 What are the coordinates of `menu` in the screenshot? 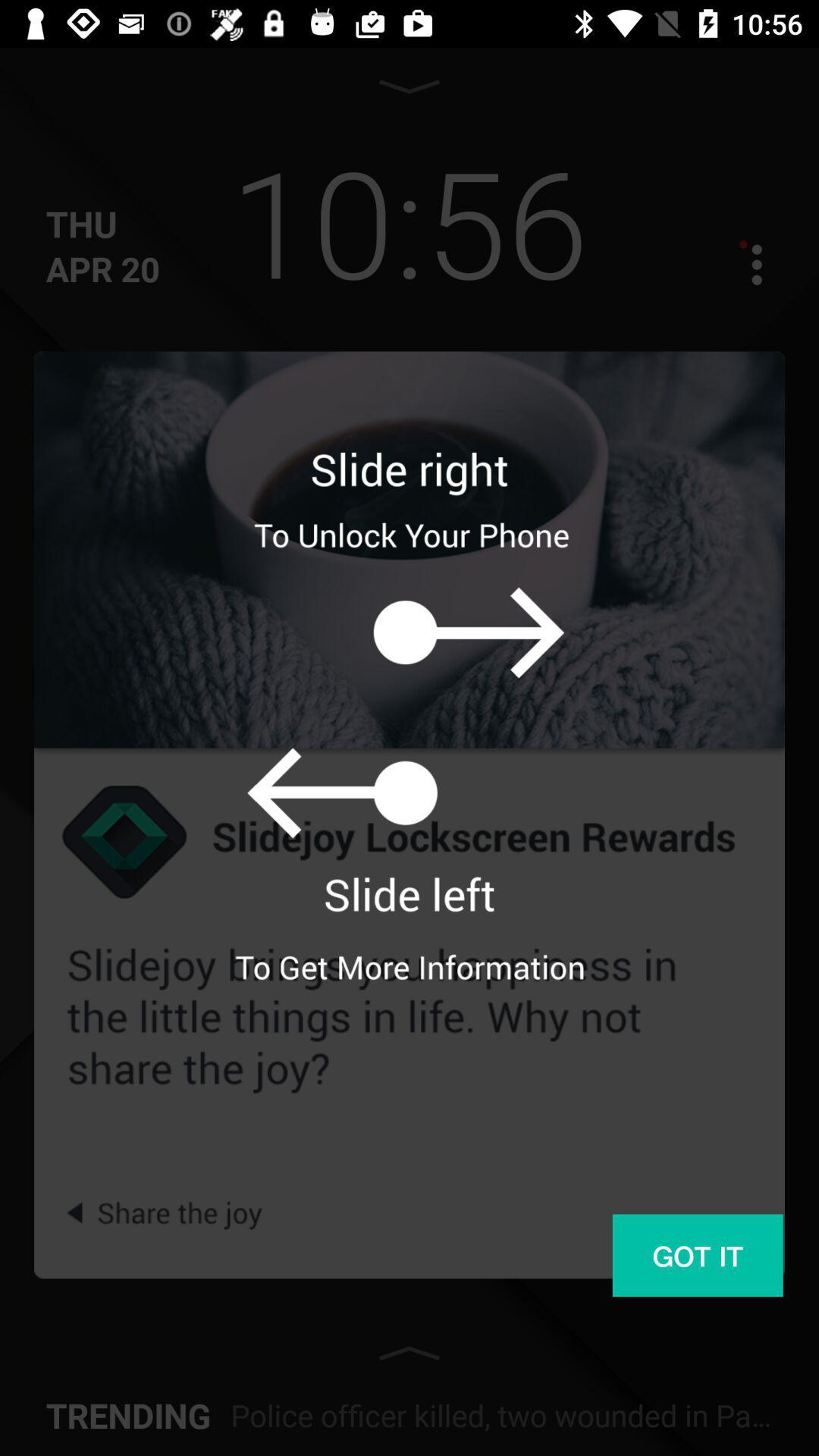 It's located at (742, 264).